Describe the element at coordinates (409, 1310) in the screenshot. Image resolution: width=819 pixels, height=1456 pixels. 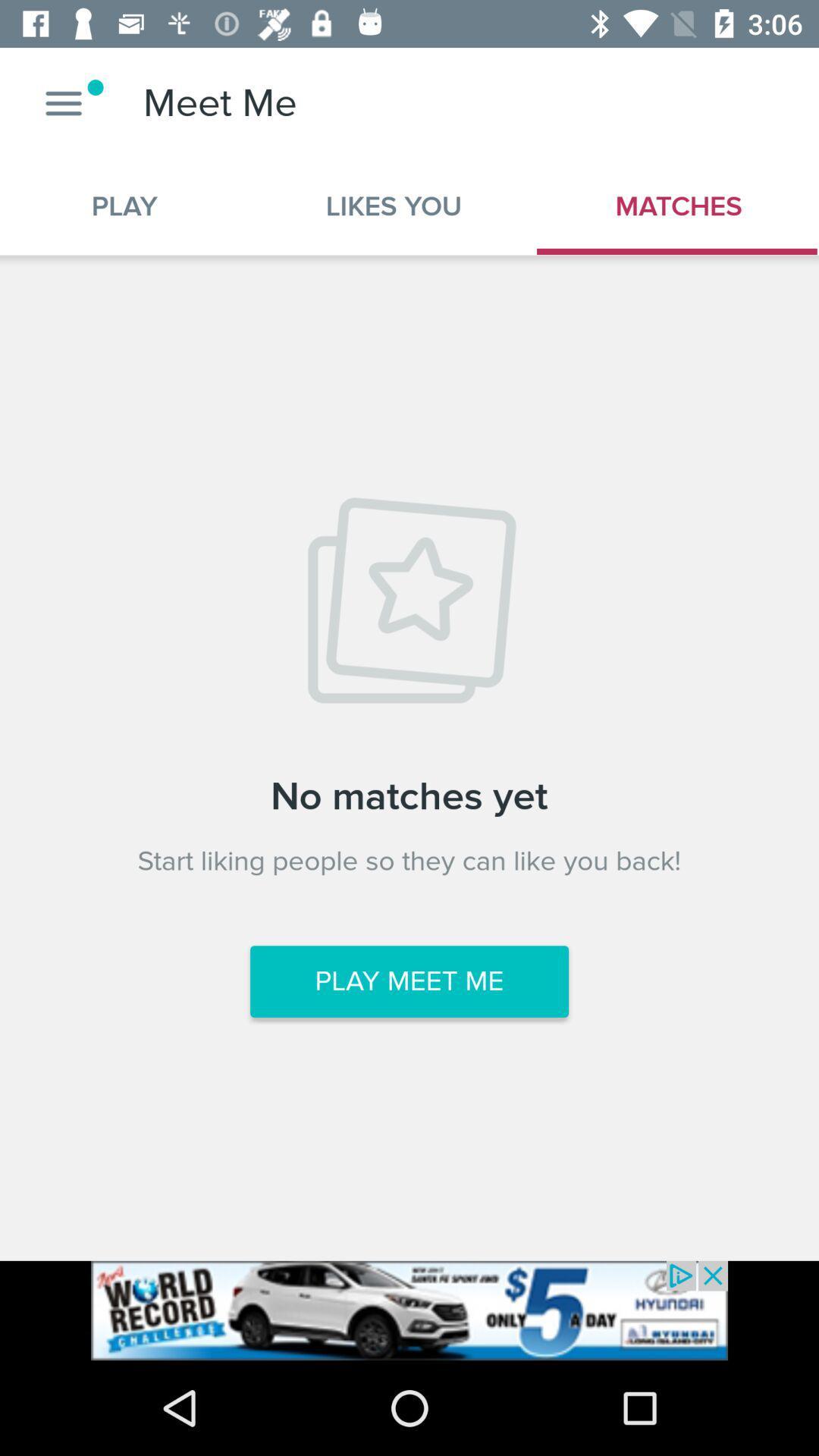
I see `see the advertisement` at that location.